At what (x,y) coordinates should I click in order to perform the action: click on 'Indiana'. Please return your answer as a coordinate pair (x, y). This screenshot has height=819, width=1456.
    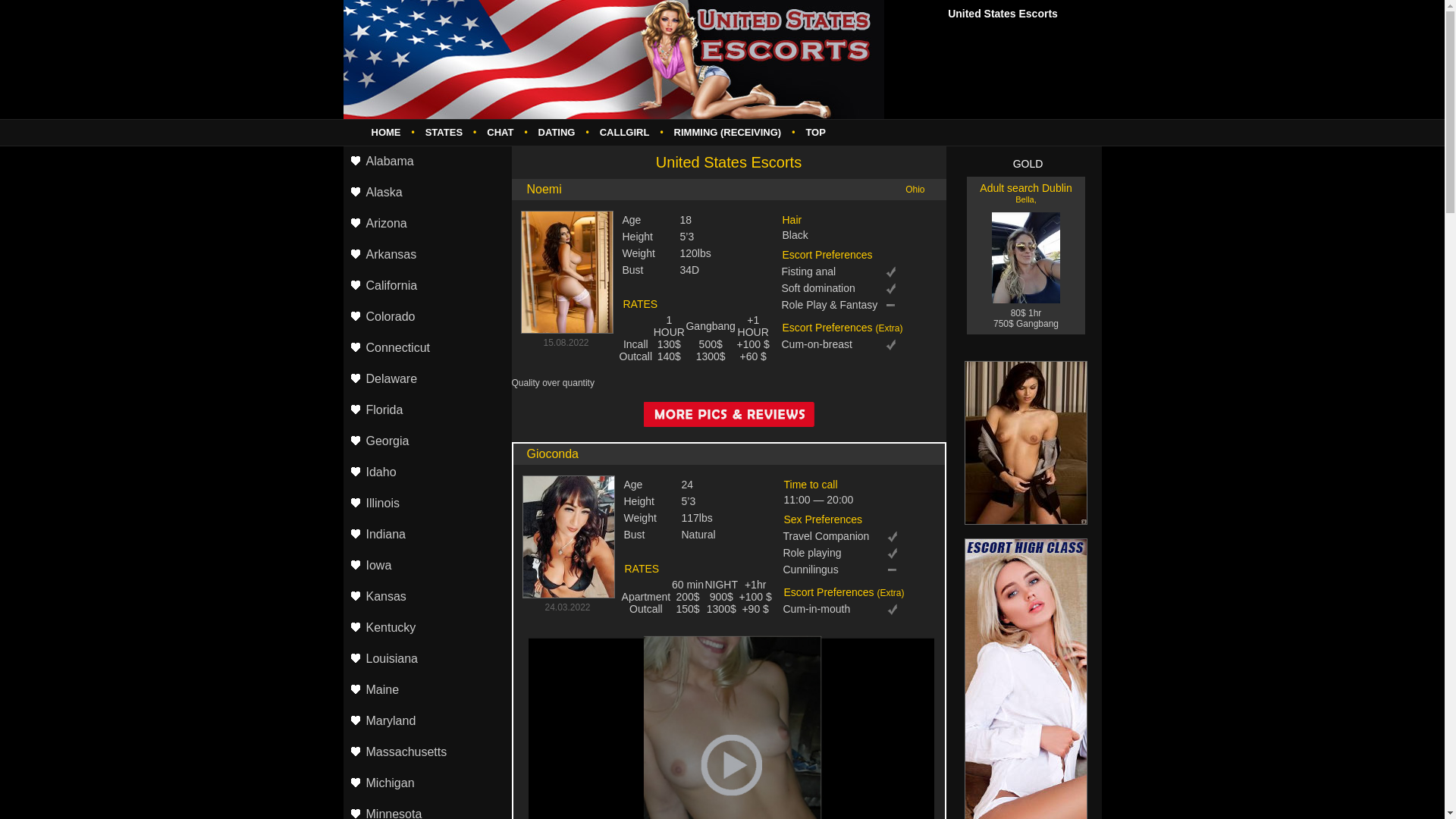
    Looking at the image, I should click on (425, 534).